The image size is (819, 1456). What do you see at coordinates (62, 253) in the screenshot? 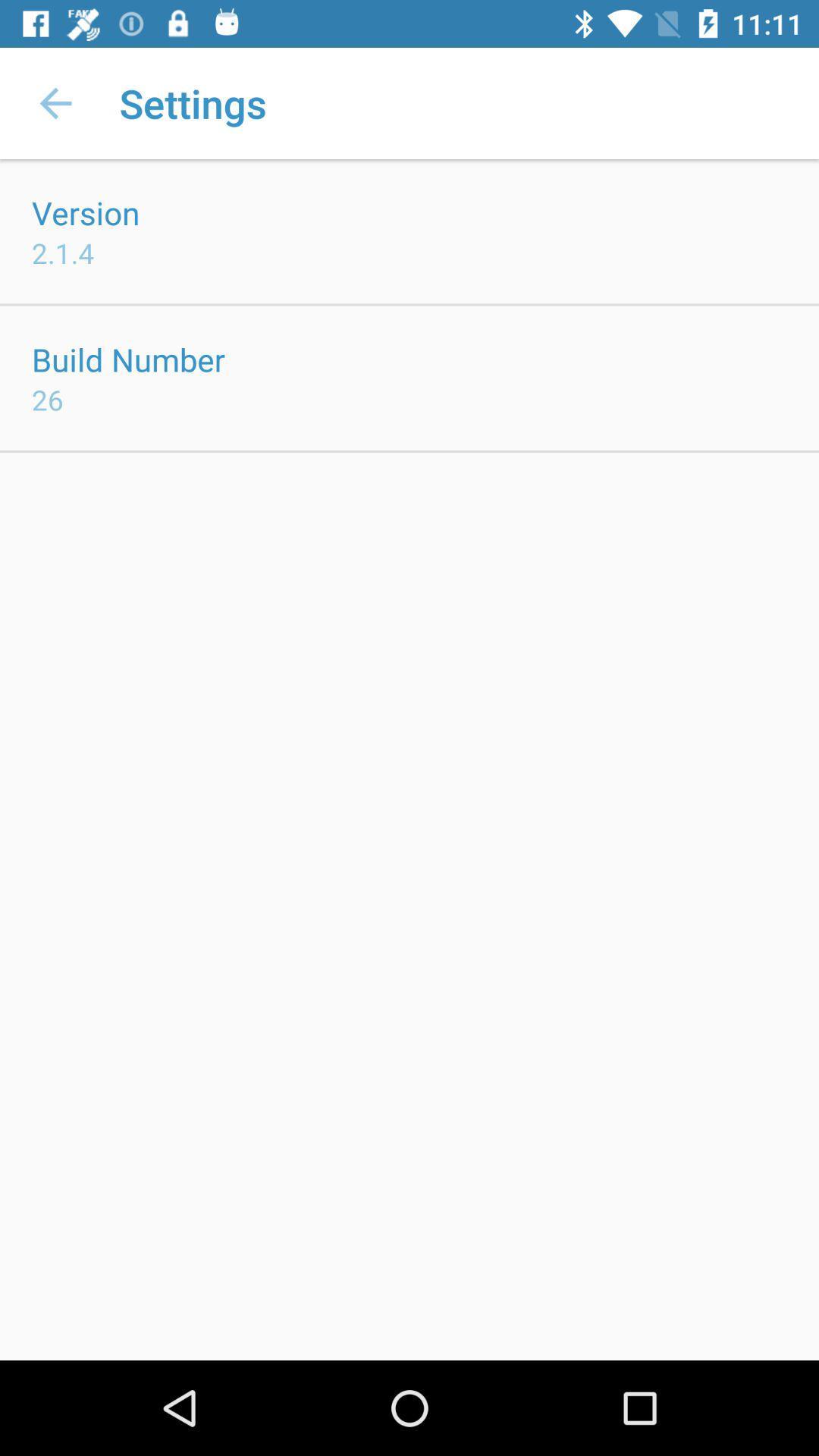
I see `the item below the version icon` at bounding box center [62, 253].